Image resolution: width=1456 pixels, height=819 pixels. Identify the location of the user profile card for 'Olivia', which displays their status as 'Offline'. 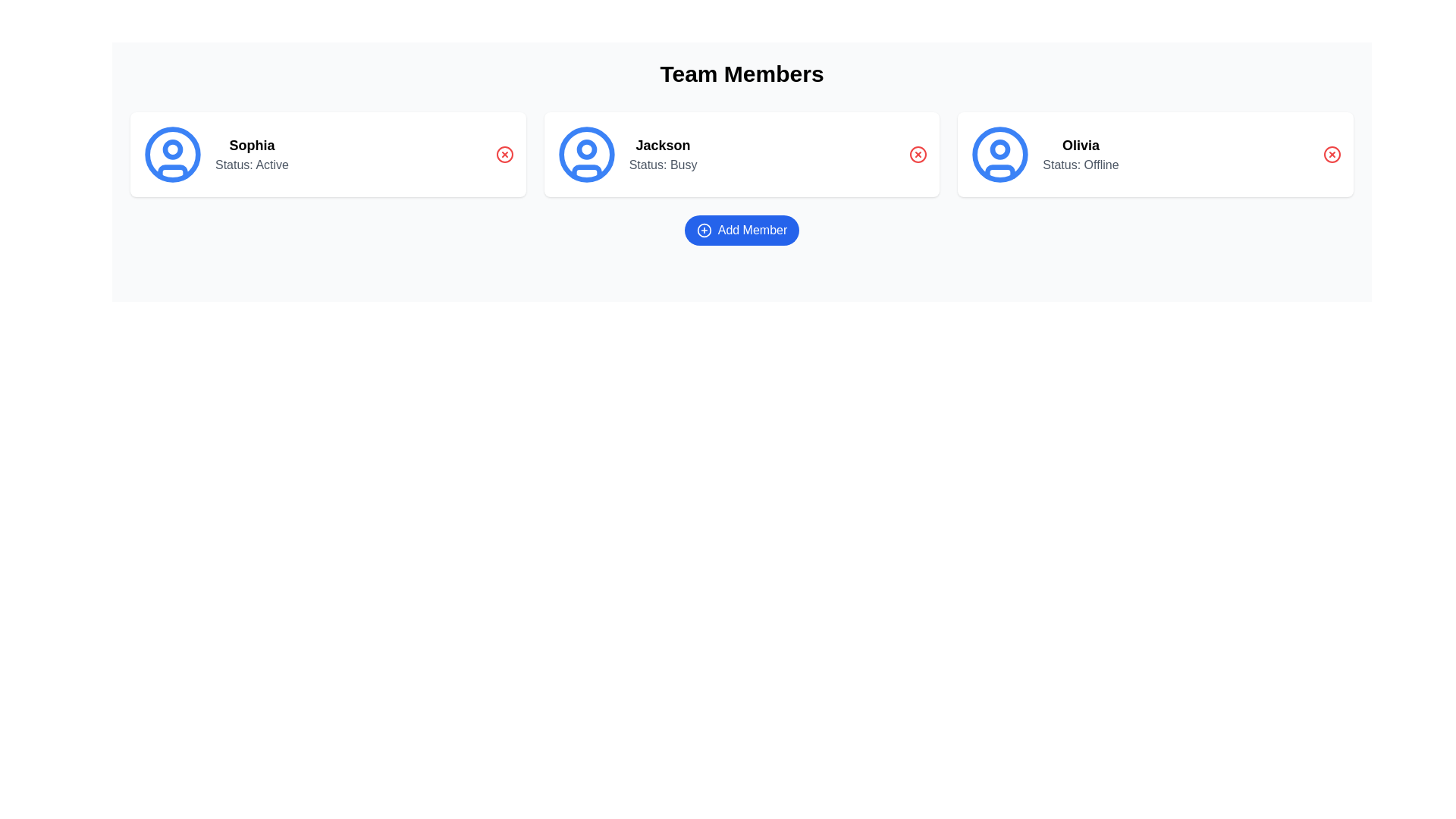
(1043, 155).